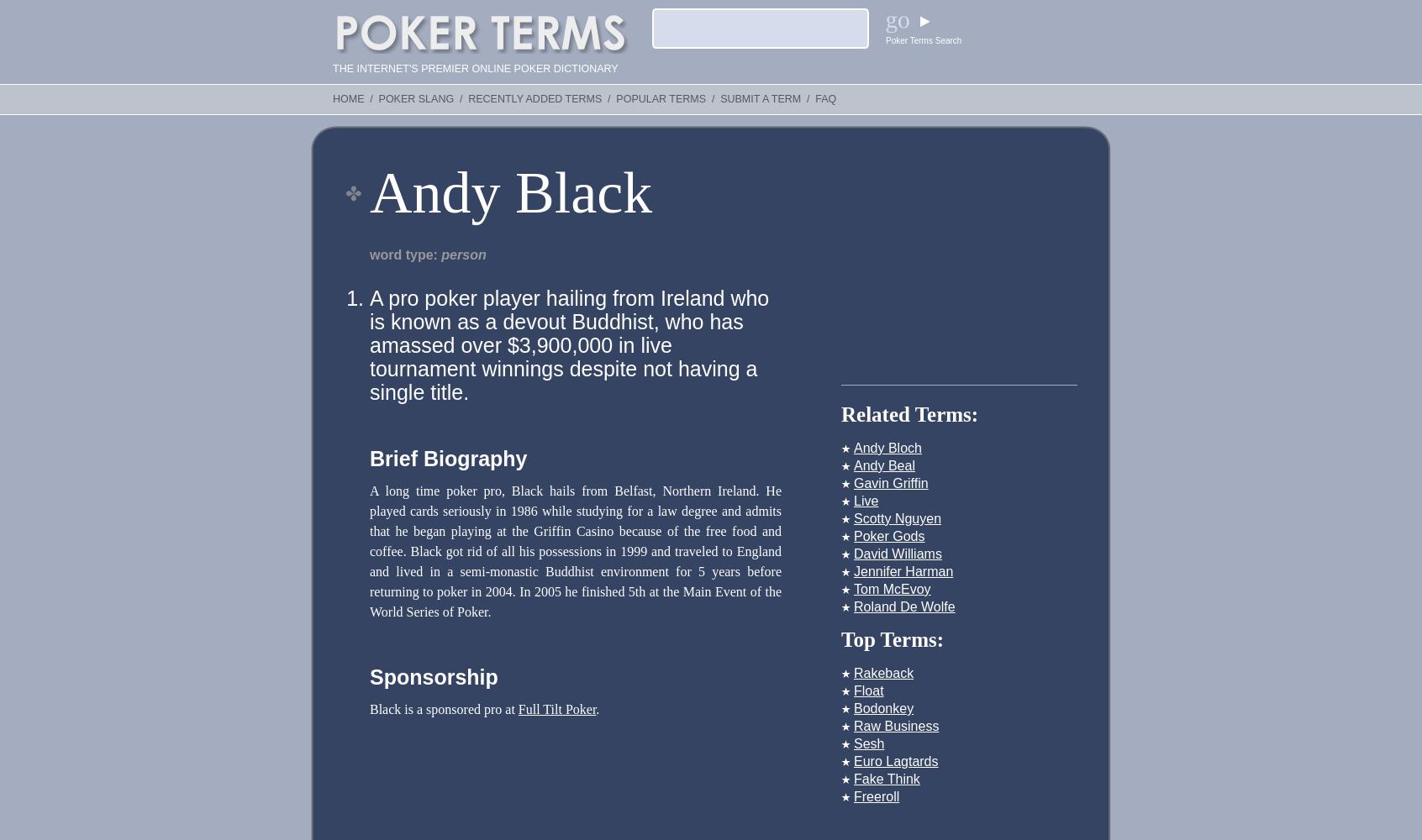  I want to click on 'David Williams', so click(897, 554).